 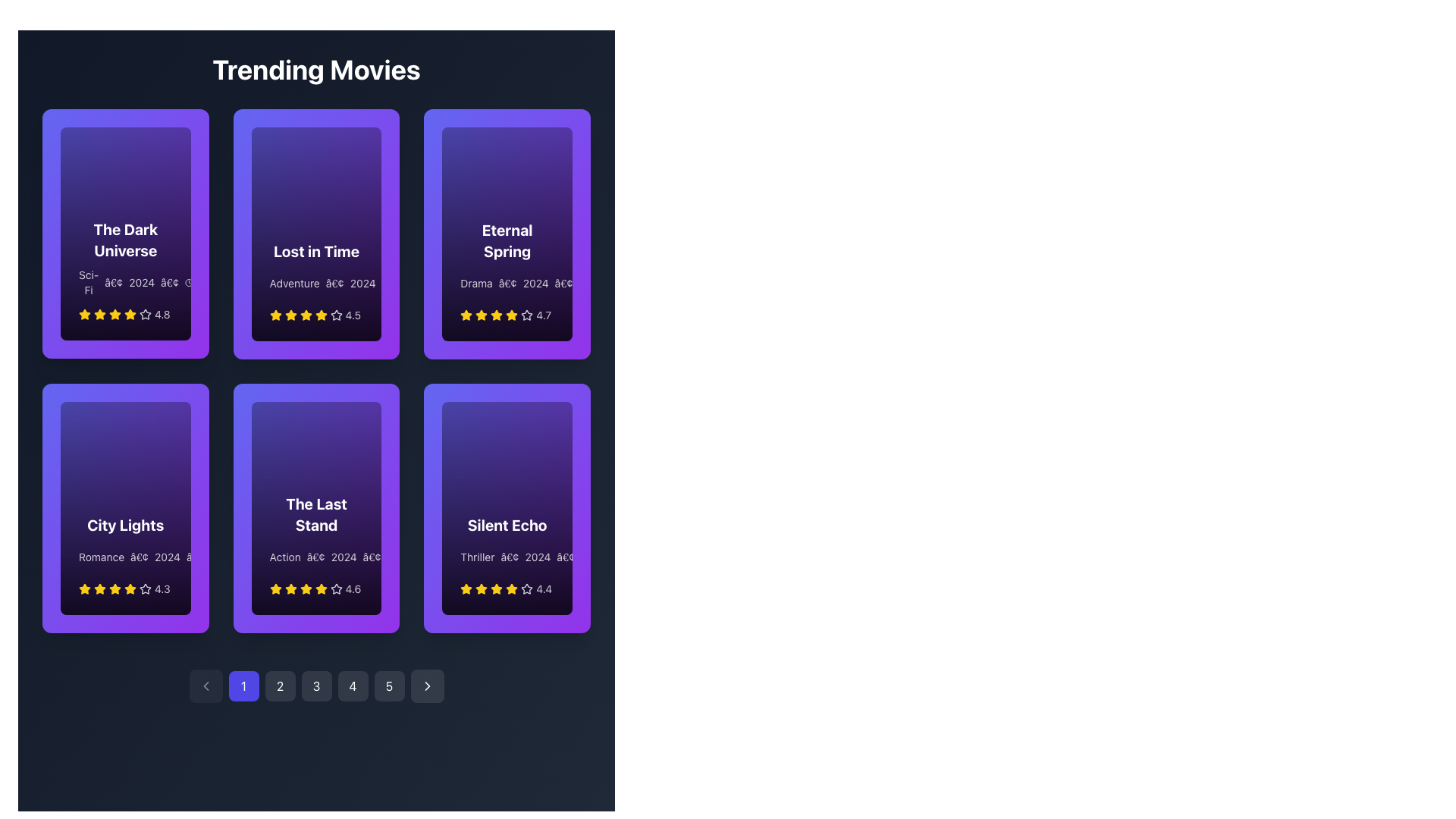 I want to click on the text label displaying the average rating for the movie 'Lost in Time', located in the third row and third column of the movie card grid layout, so click(x=352, y=314).